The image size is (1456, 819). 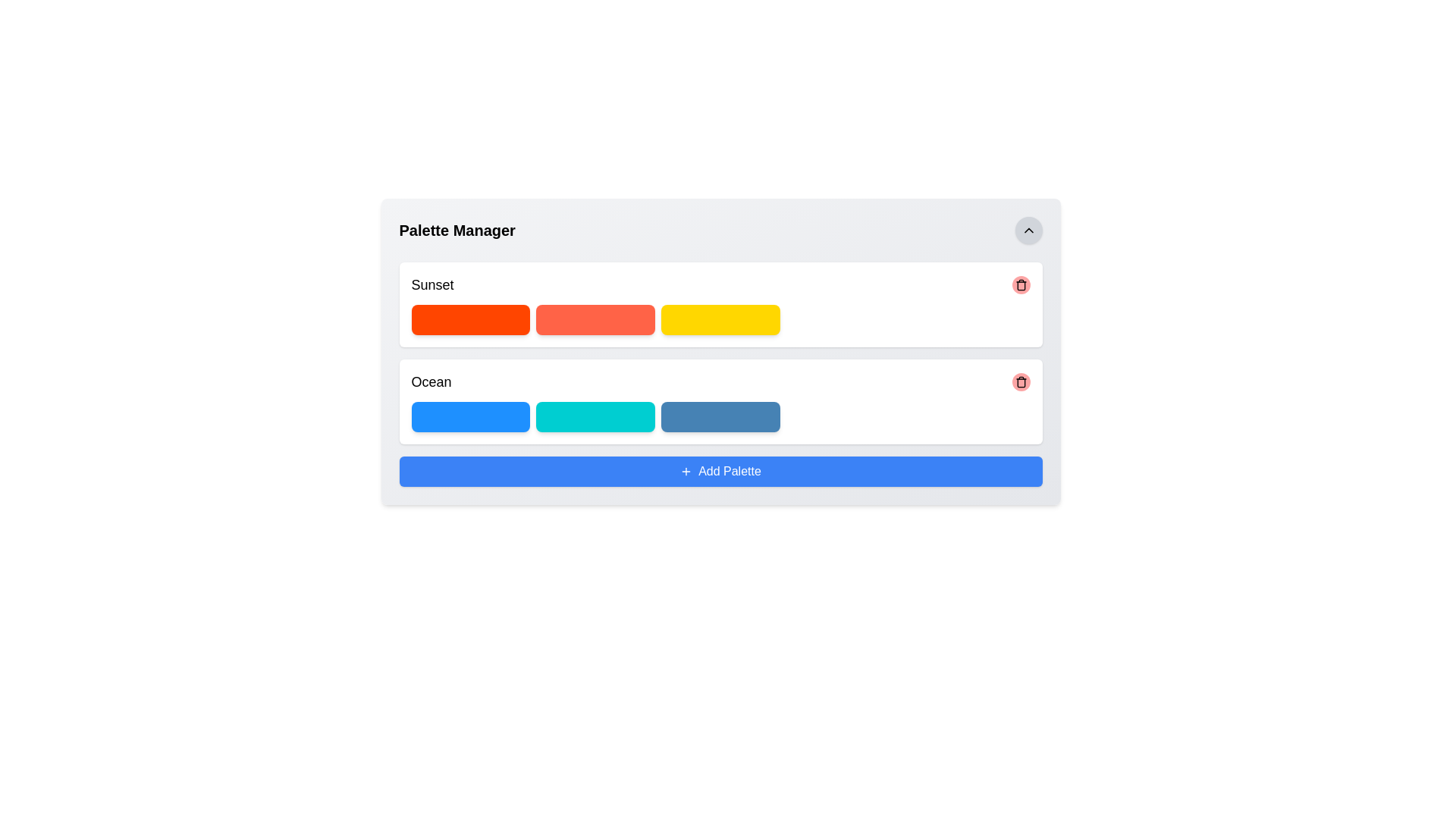 What do you see at coordinates (1021, 381) in the screenshot?
I see `the circular red button with a trash icon located in the upper right part of the 'Ocean' palette group to trigger its hover effects` at bounding box center [1021, 381].